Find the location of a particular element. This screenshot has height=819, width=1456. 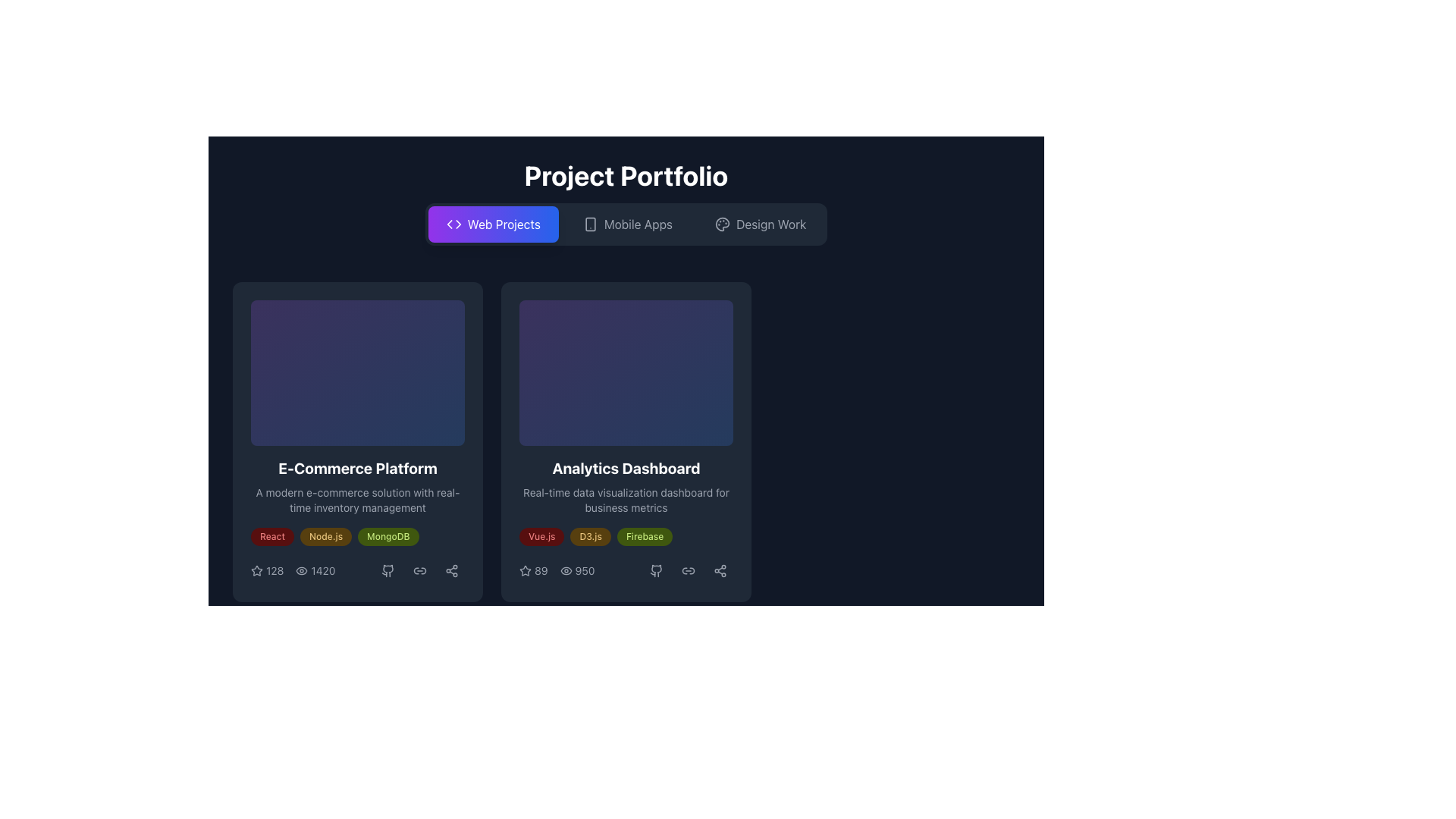

the GitHub cat-head icon button located in the bottom-right corner of the 'Analytics Dashboard' card is located at coordinates (656, 570).